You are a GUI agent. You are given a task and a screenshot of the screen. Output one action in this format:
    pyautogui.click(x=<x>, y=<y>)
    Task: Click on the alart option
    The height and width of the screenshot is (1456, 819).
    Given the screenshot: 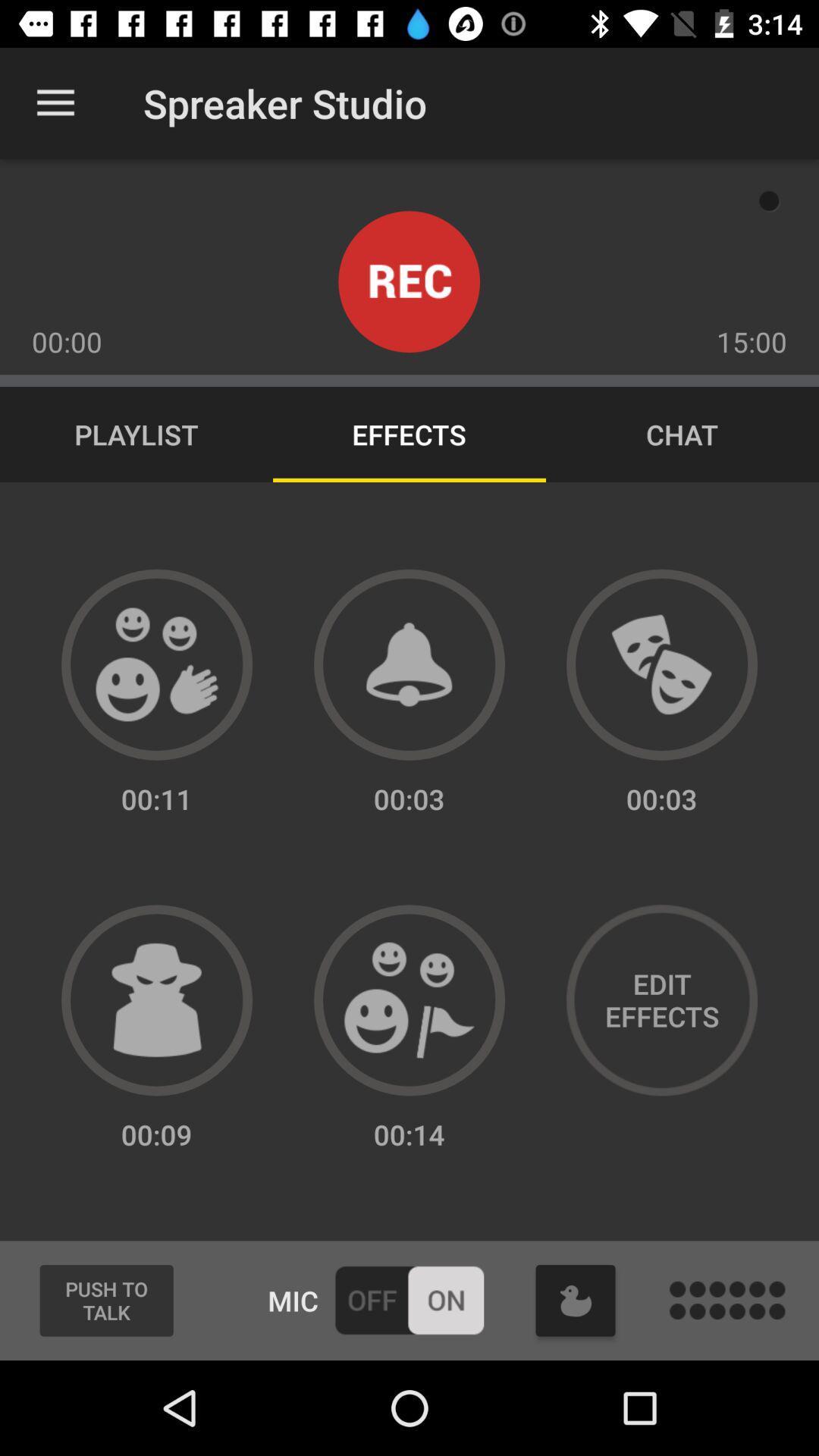 What is the action you would take?
    pyautogui.click(x=409, y=664)
    